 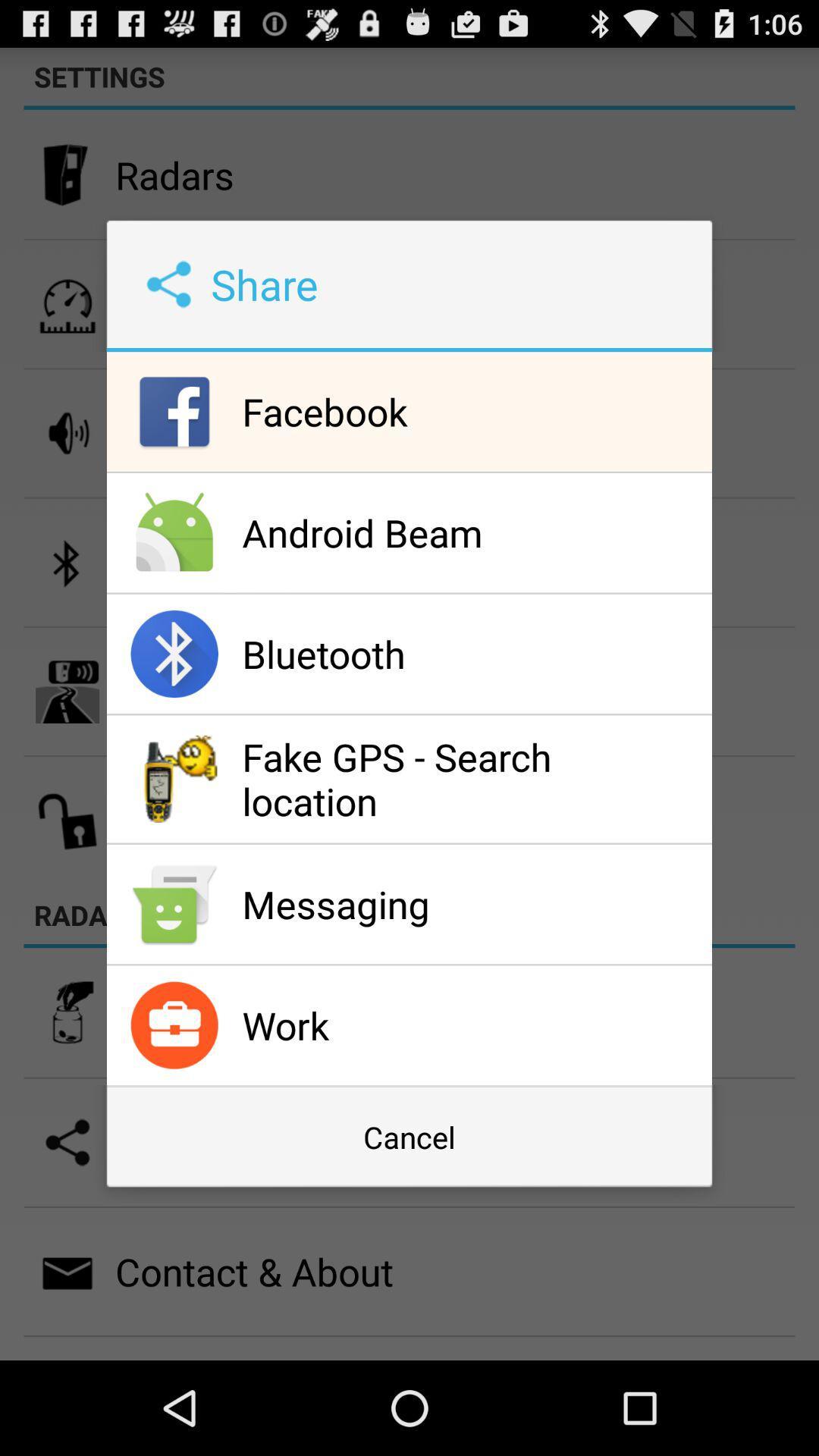 I want to click on cancel button, so click(x=409, y=1137).